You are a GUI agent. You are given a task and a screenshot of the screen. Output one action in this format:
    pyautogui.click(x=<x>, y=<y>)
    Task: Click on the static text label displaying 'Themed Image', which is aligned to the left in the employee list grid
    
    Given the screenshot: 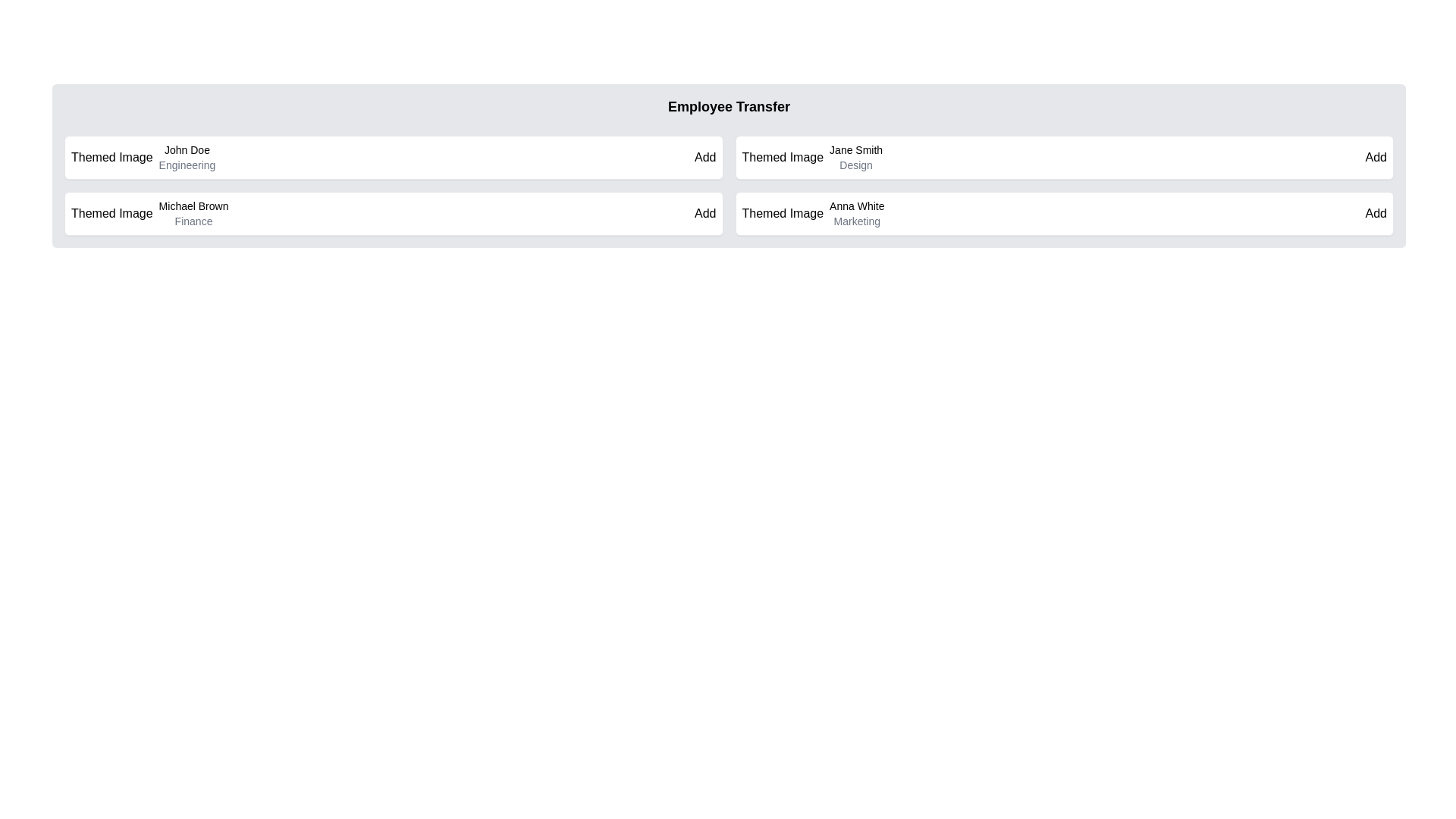 What is the action you would take?
    pyautogui.click(x=783, y=158)
    